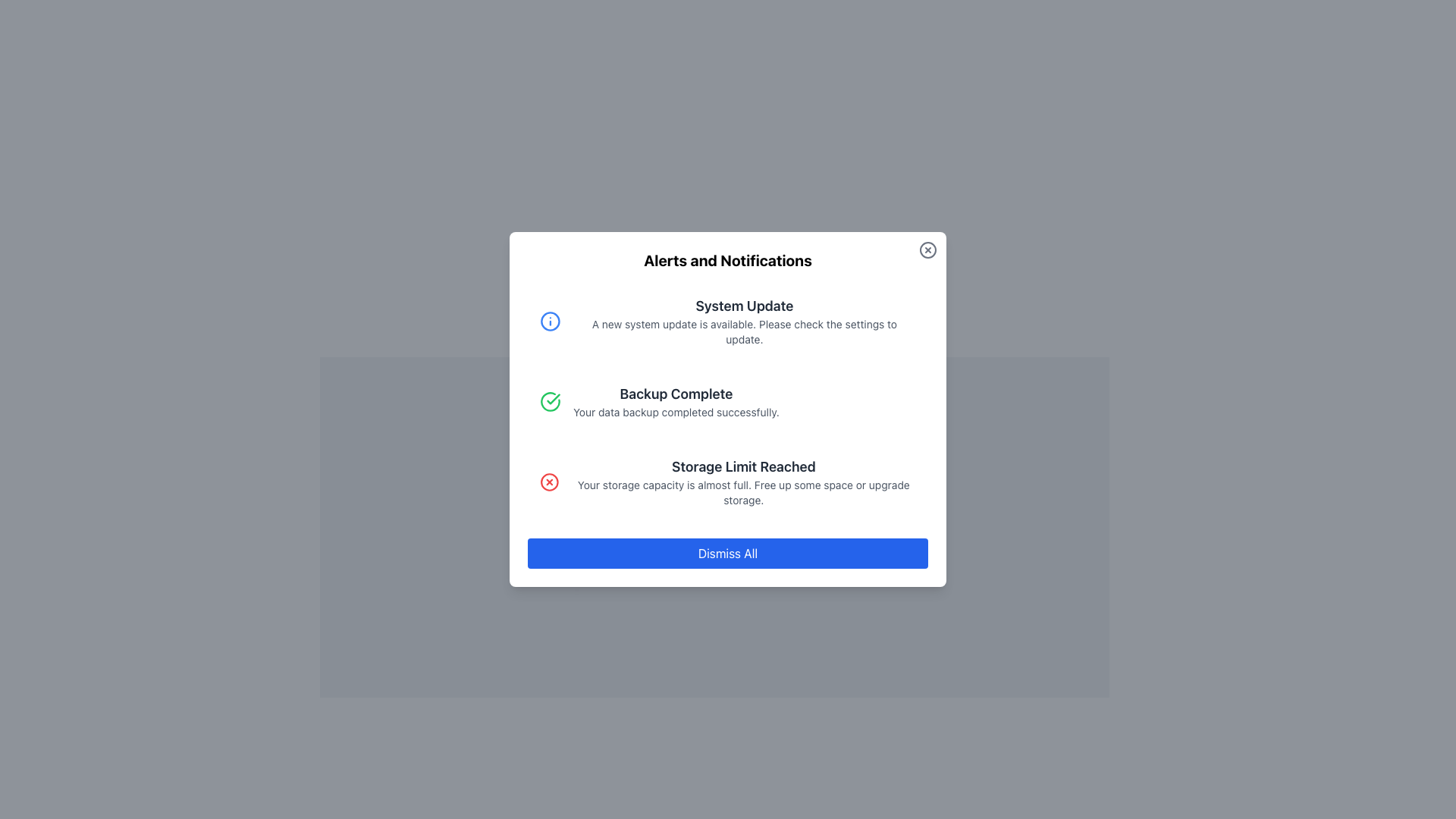 This screenshot has height=819, width=1456. I want to click on notification titled 'Storage Limit Reached' which informs that the storage capacity is almost full and suggests freeing up space or upgrading storage, so click(743, 482).